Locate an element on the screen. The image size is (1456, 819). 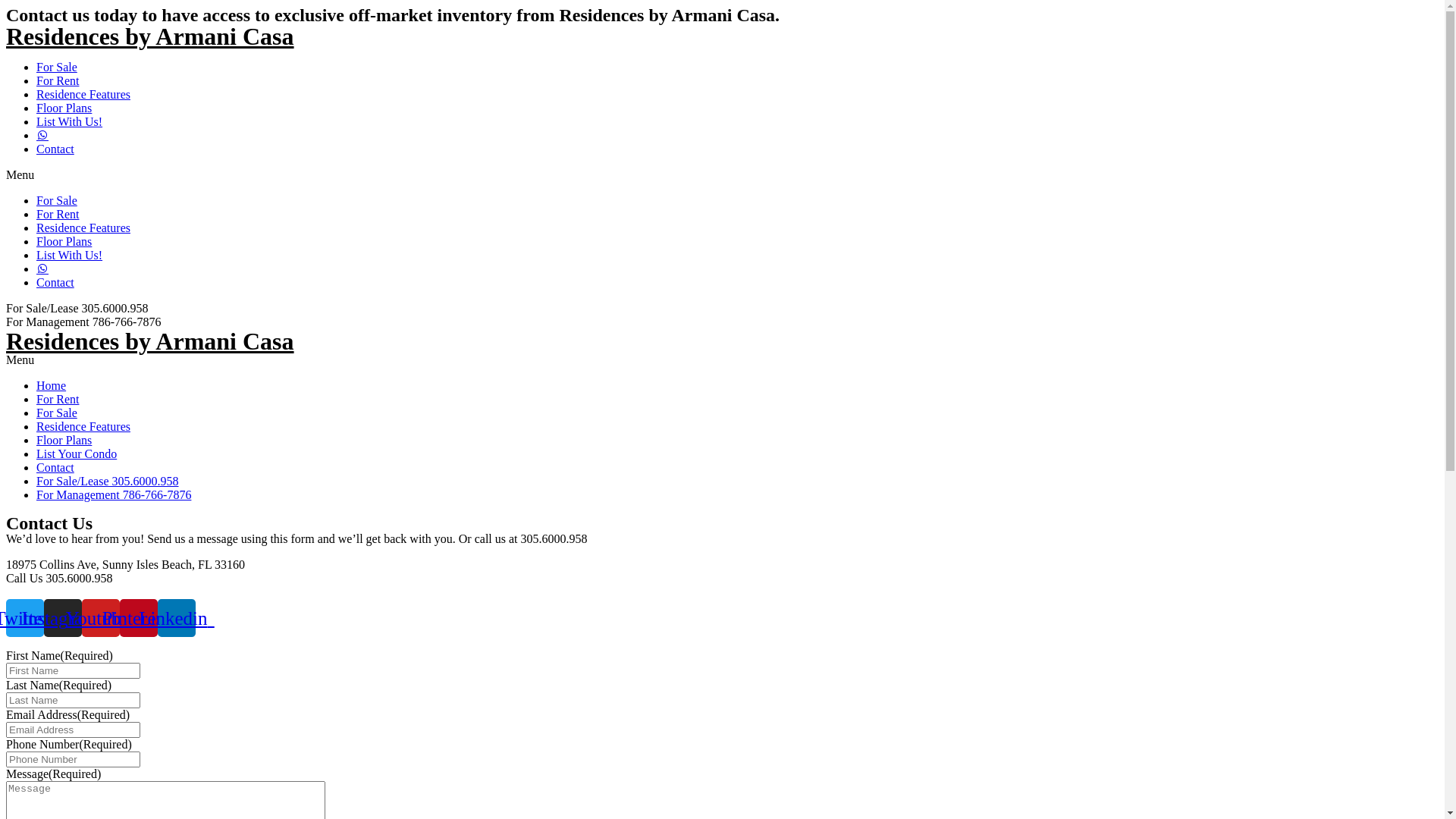
'Instagram' is located at coordinates (43, 617).